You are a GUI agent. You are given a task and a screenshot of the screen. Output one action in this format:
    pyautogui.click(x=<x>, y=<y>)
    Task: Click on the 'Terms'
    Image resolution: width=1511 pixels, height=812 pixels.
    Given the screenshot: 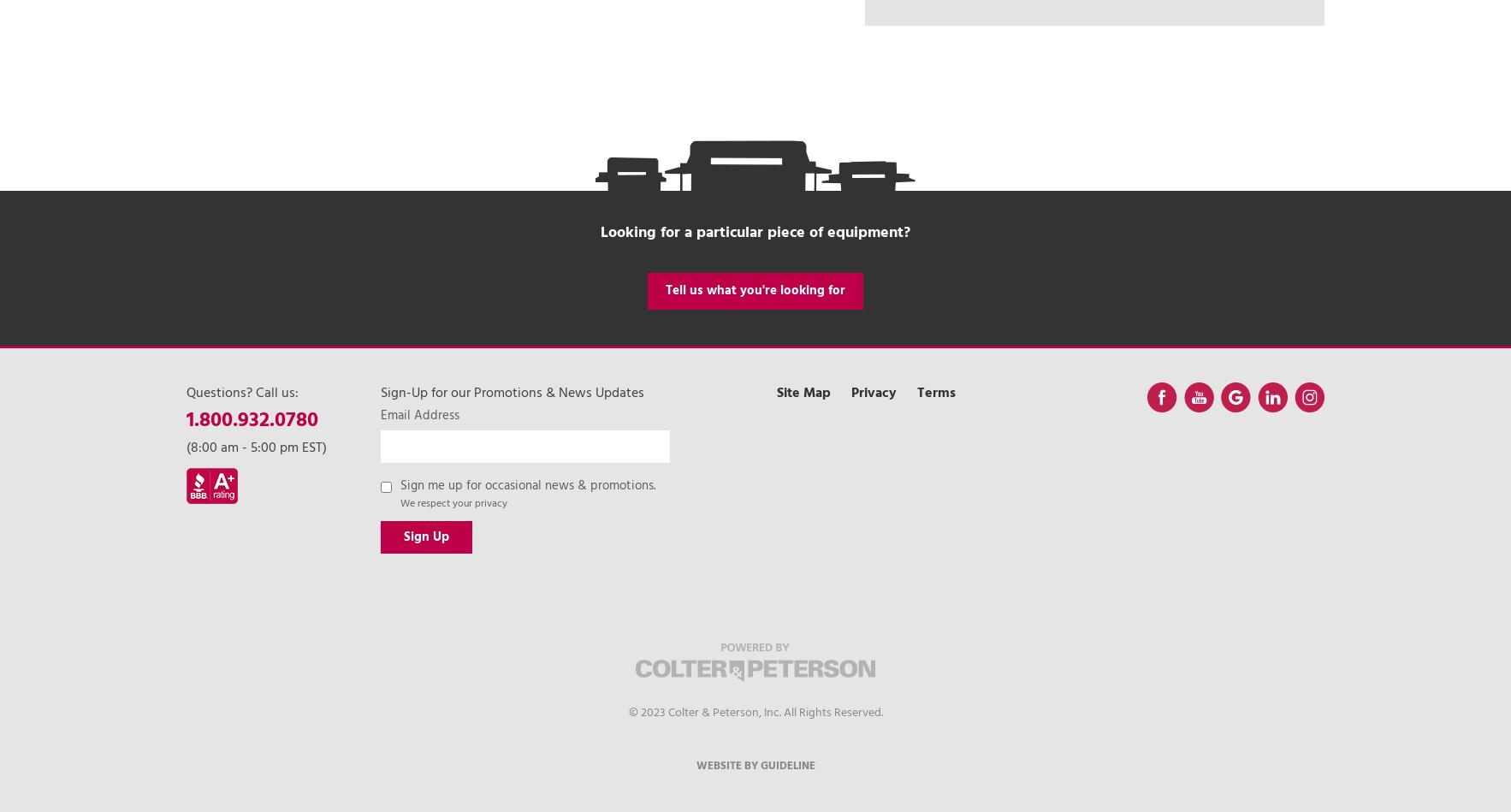 What is the action you would take?
    pyautogui.click(x=934, y=393)
    